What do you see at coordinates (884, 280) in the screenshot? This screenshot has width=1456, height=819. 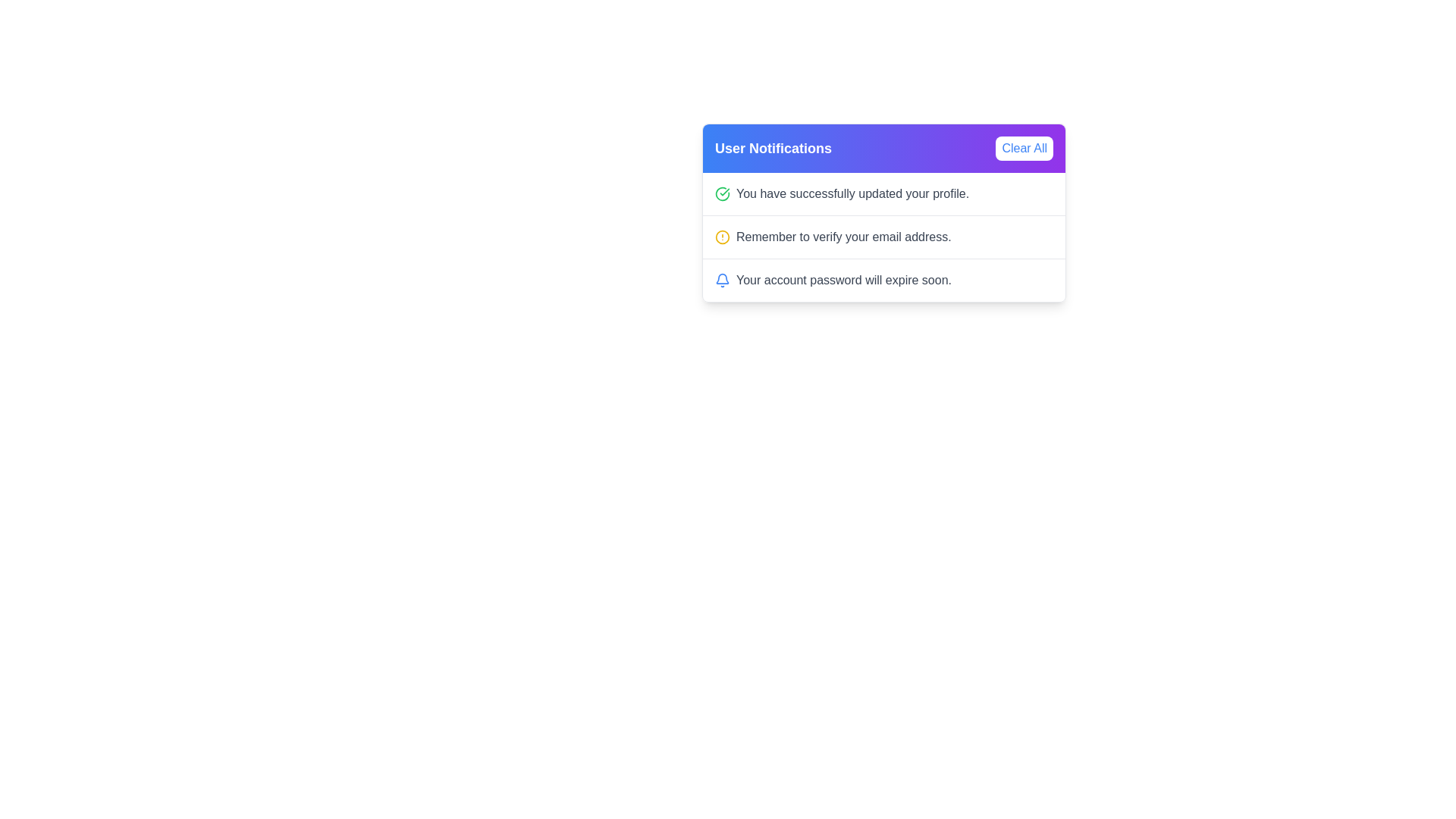 I see `the notification message containing the blue bell icon and the text 'Your account password will expire soon.' which is the third item in the User Notifications list` at bounding box center [884, 280].